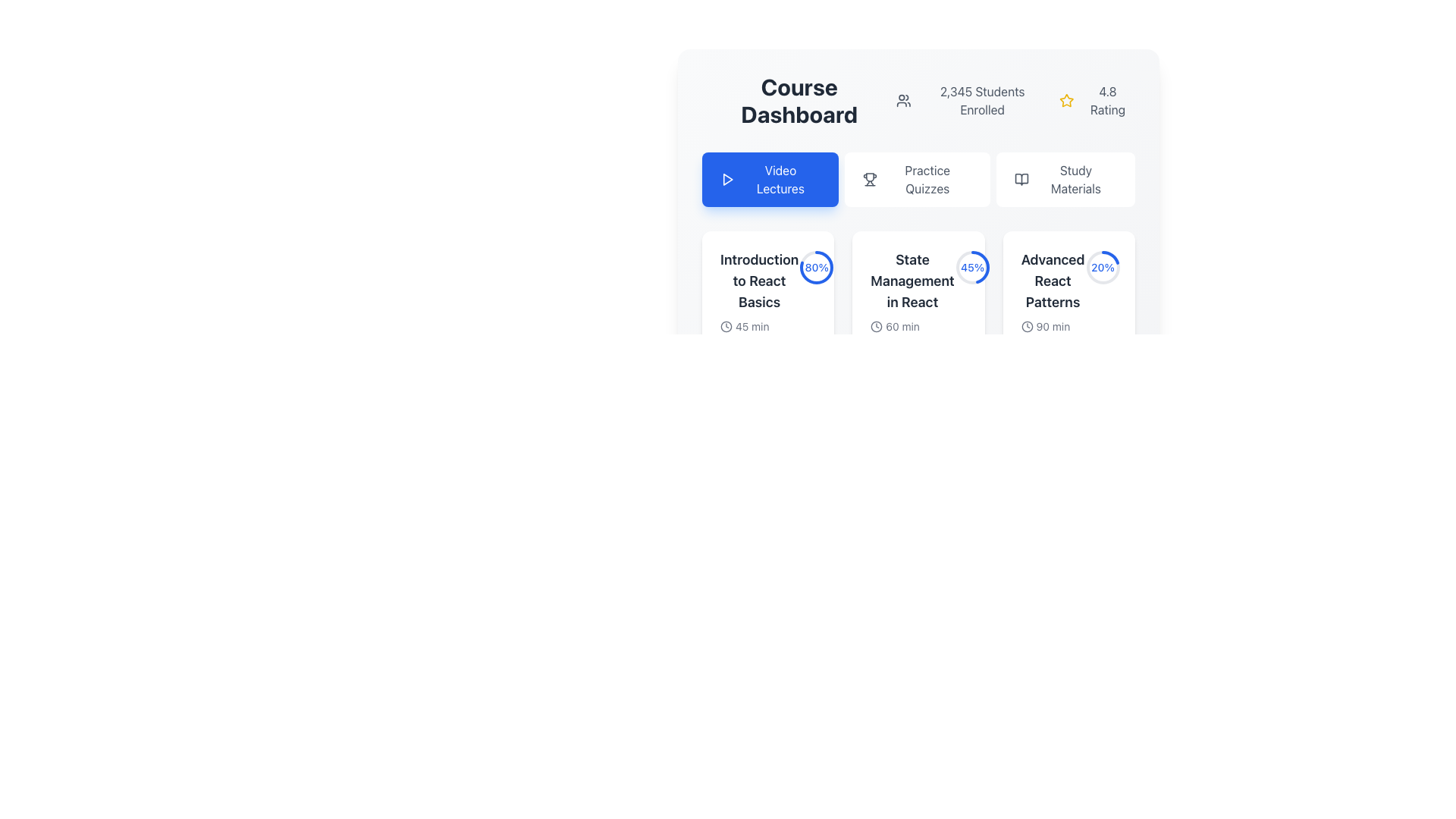 The width and height of the screenshot is (1456, 819). What do you see at coordinates (918, 247) in the screenshot?
I see `the central course offering card in the learning platform` at bounding box center [918, 247].